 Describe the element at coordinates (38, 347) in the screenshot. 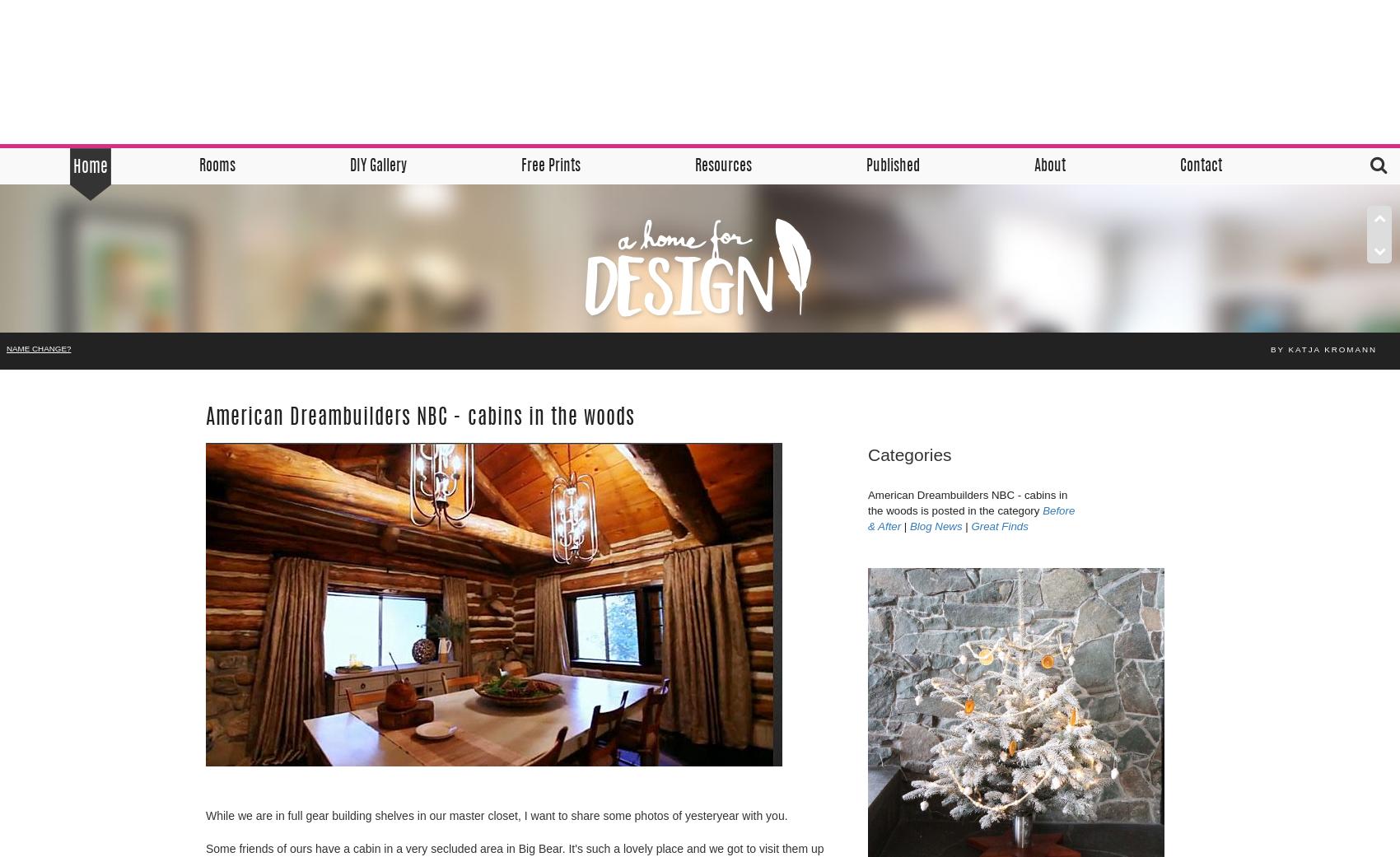

I see `'Name Change?'` at that location.